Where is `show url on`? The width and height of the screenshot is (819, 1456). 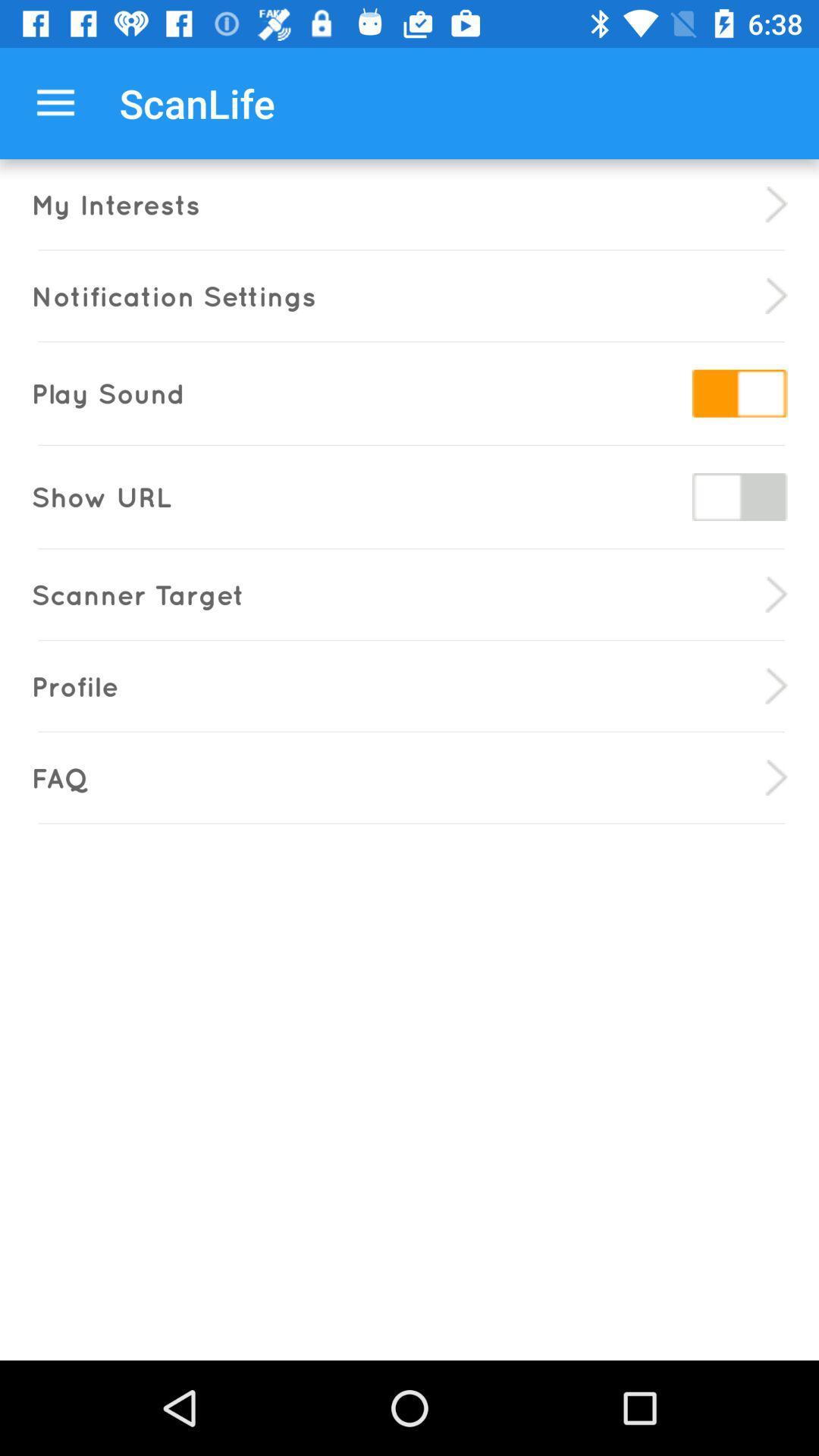
show url on is located at coordinates (739, 497).